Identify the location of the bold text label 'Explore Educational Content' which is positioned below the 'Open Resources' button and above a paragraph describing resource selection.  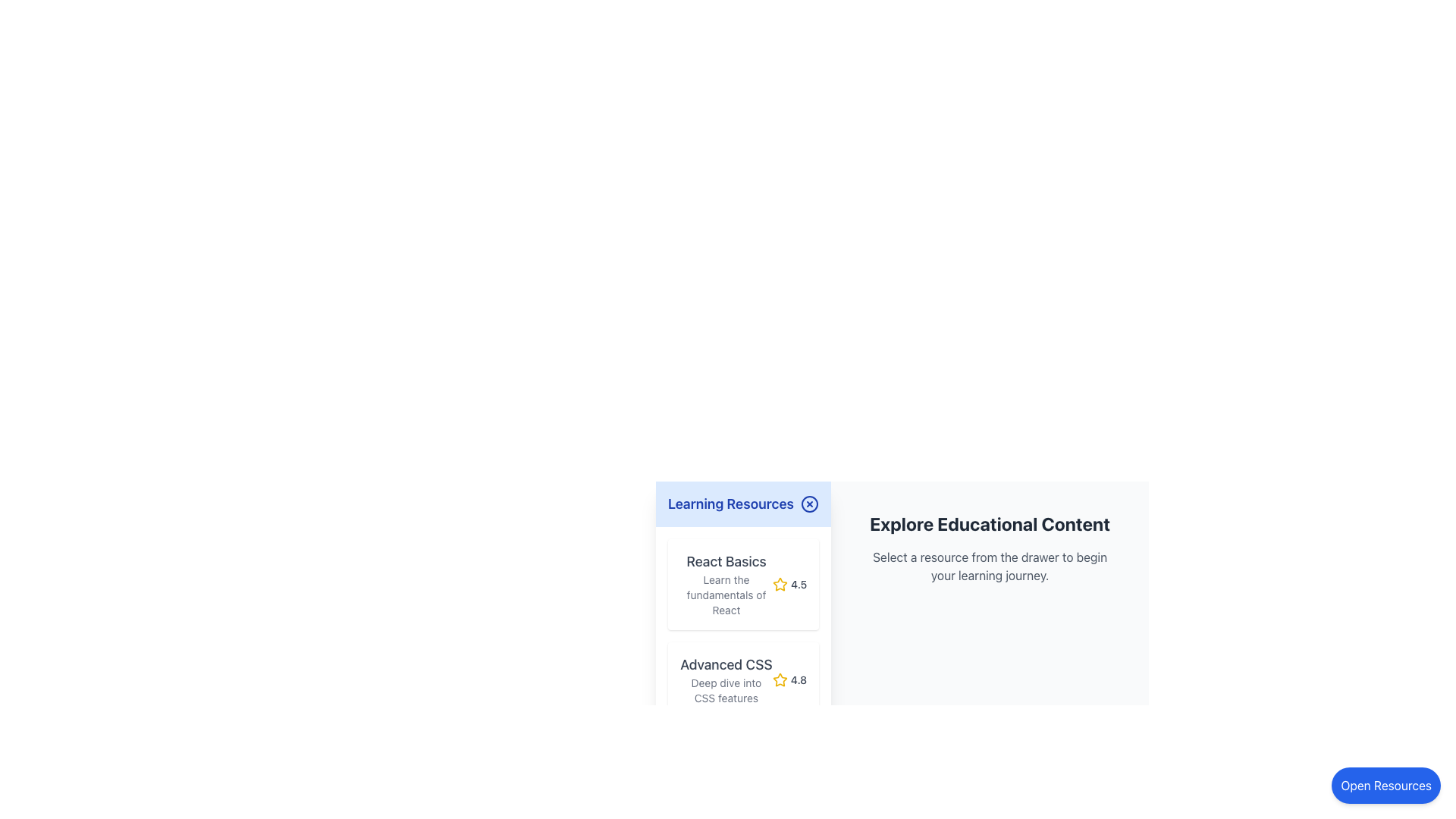
(990, 522).